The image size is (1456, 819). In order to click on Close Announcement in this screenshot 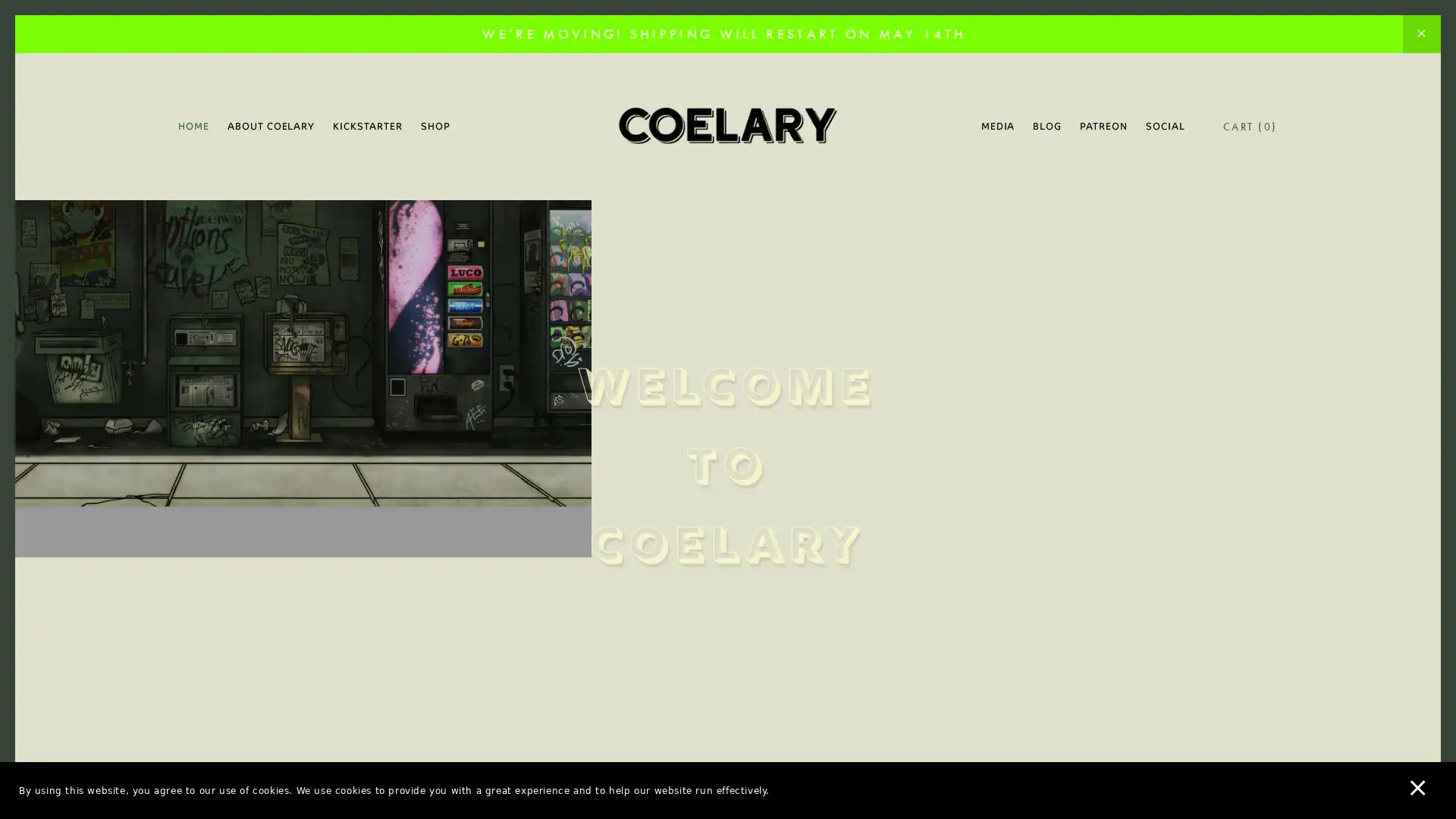, I will do `click(1420, 34)`.